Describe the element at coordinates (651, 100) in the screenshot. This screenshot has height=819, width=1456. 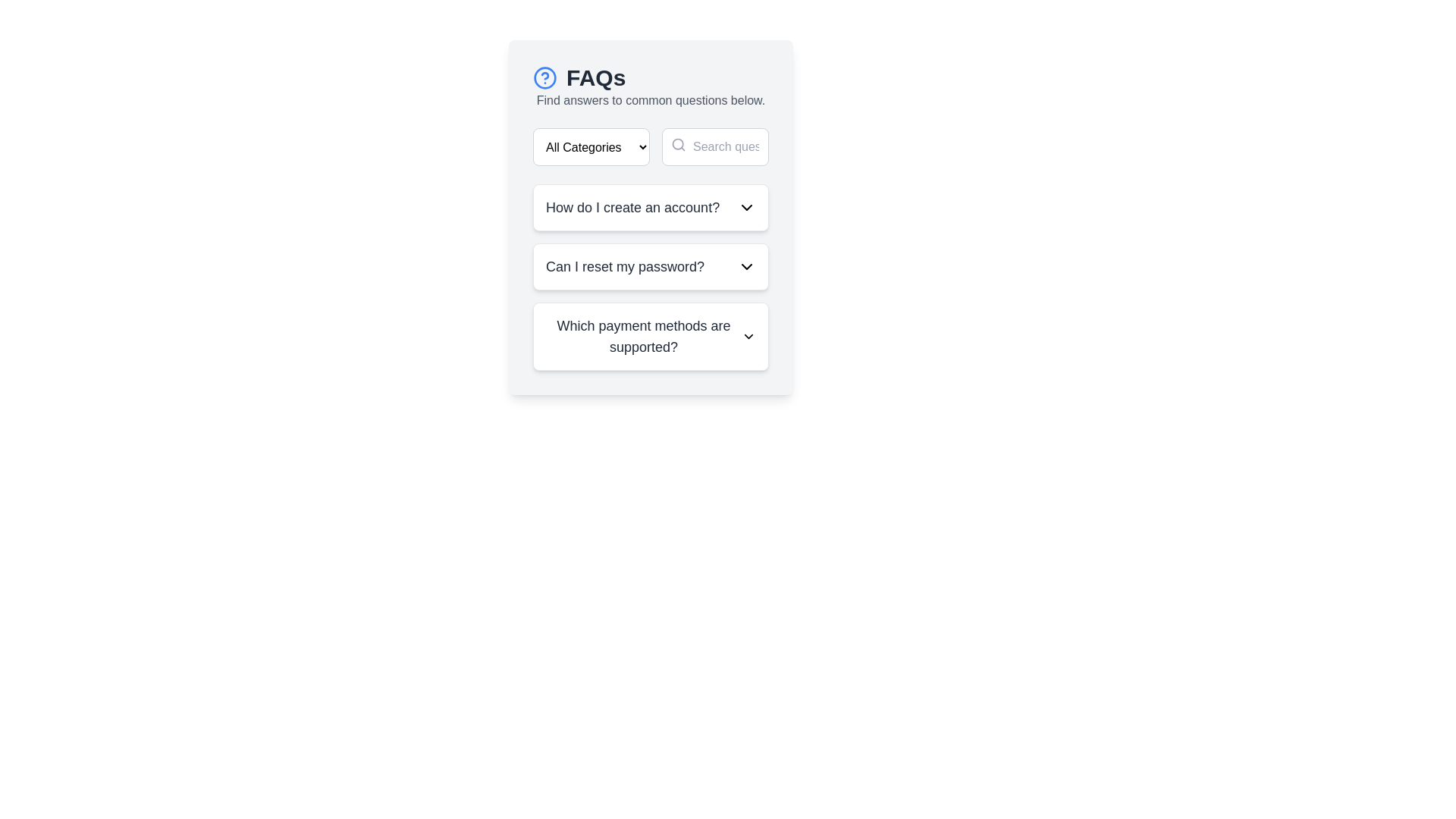
I see `the static text that reads 'Find answers to common questions below,' located directly below the 'FAQs' heading in the FAQ section` at that location.